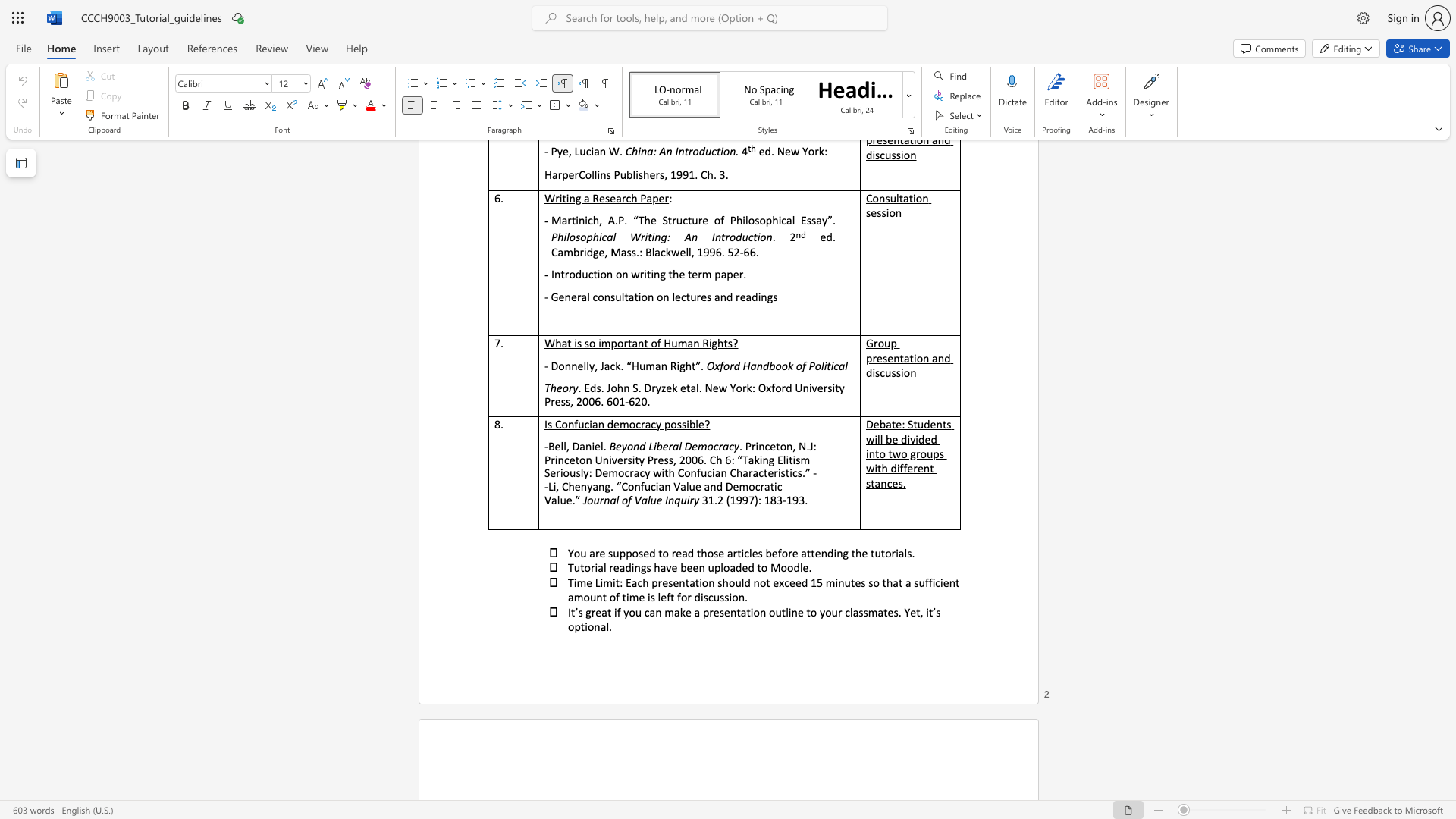 Image resolution: width=1456 pixels, height=819 pixels. Describe the element at coordinates (754, 500) in the screenshot. I see `the subset text "): 183-19" within the text "31.2 (1997): 183-193."` at that location.